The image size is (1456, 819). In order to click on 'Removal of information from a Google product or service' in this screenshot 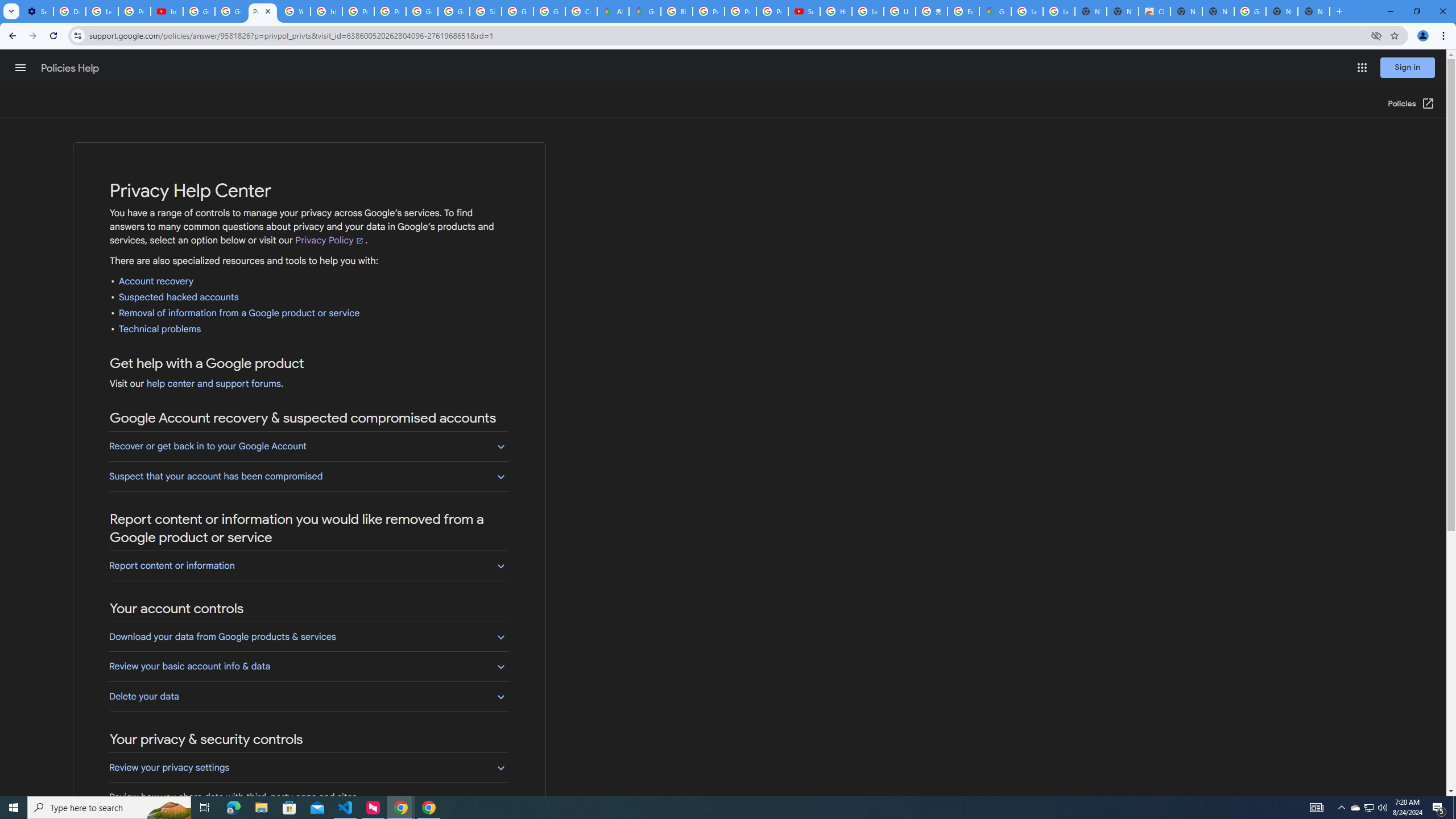, I will do `click(239, 313)`.